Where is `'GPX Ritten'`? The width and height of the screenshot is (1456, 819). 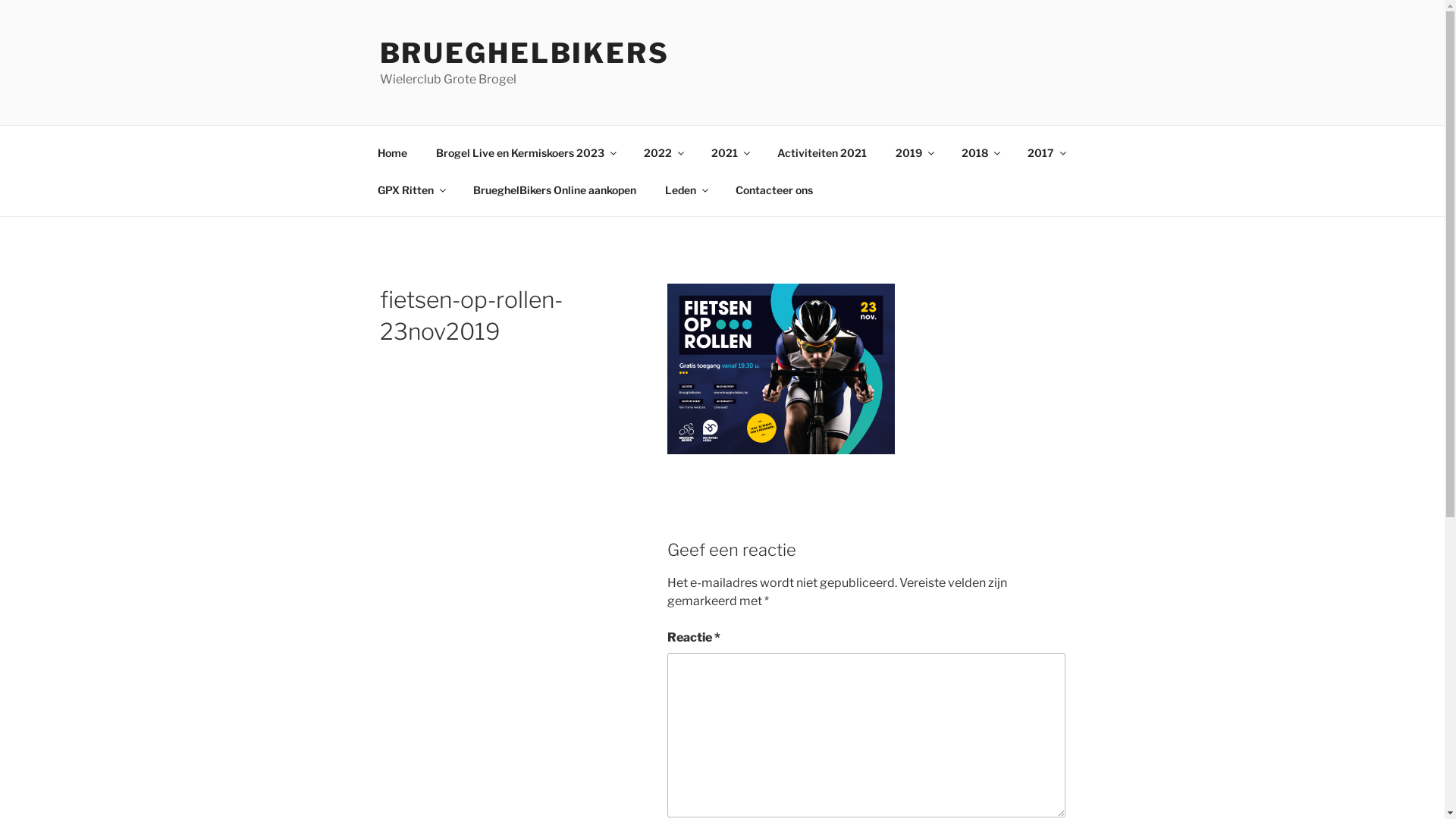 'GPX Ritten' is located at coordinates (410, 189).